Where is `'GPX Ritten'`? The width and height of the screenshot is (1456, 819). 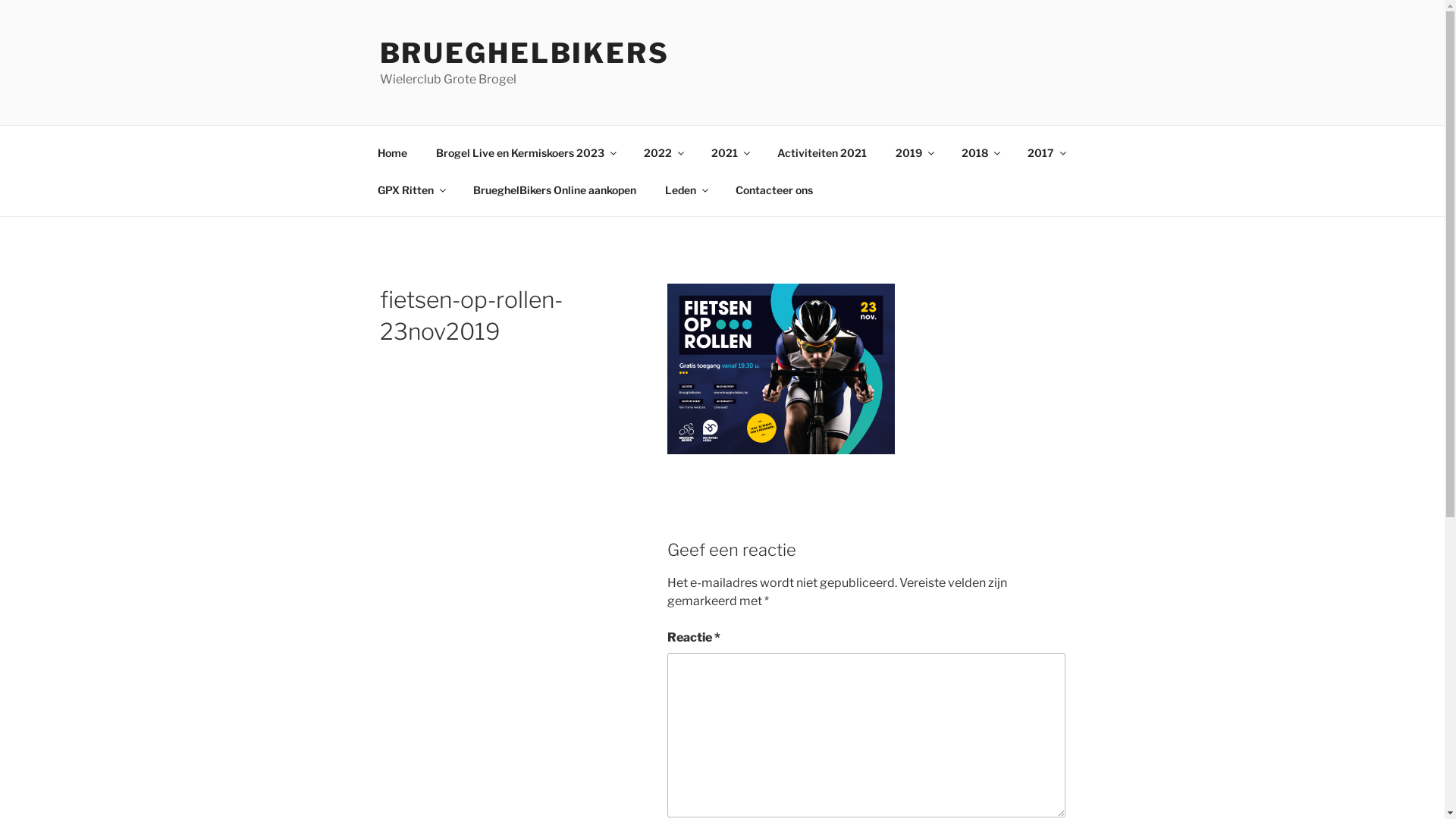 'GPX Ritten' is located at coordinates (410, 189).